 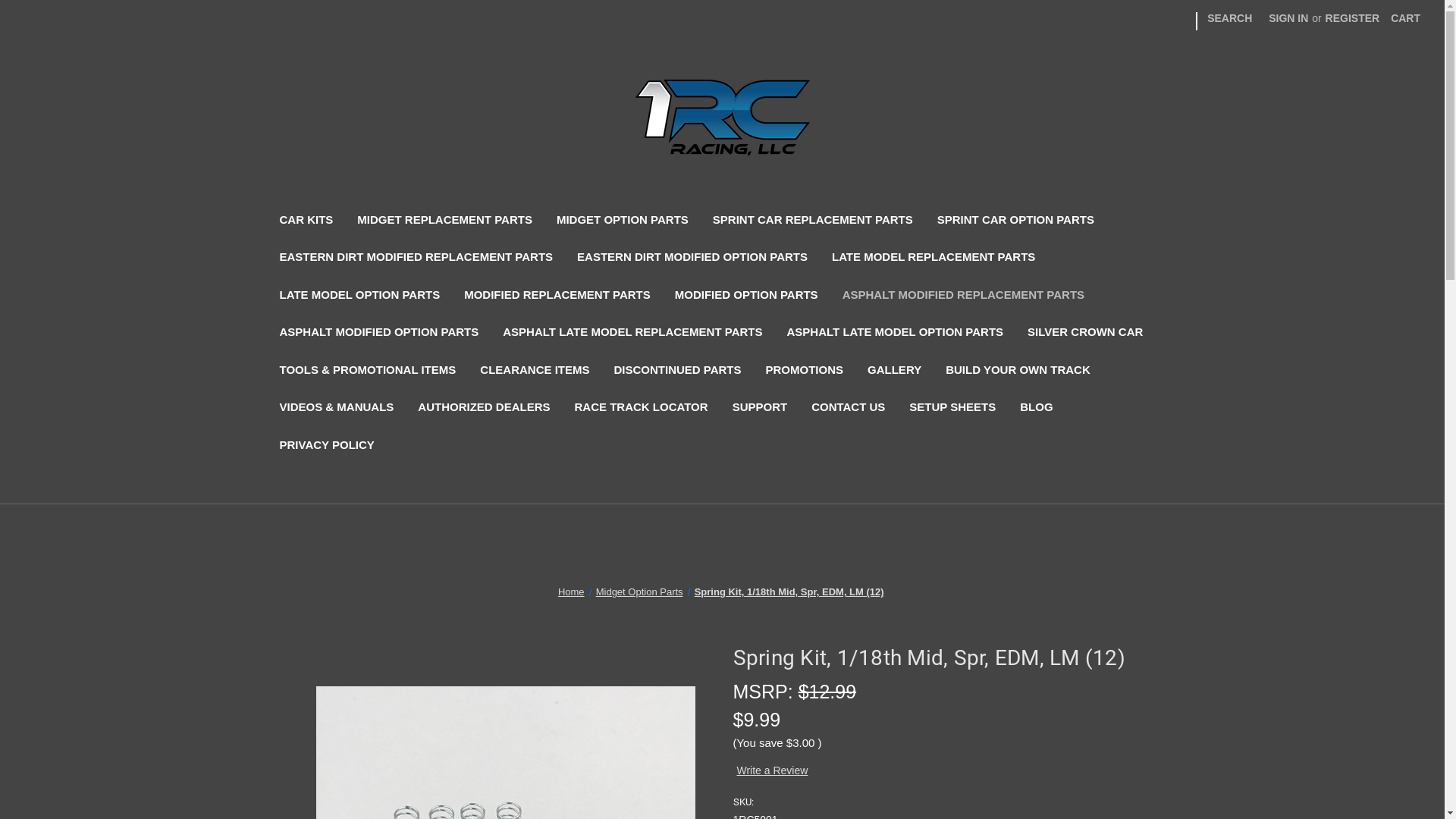 What do you see at coordinates (894, 372) in the screenshot?
I see `'GALLERY'` at bounding box center [894, 372].